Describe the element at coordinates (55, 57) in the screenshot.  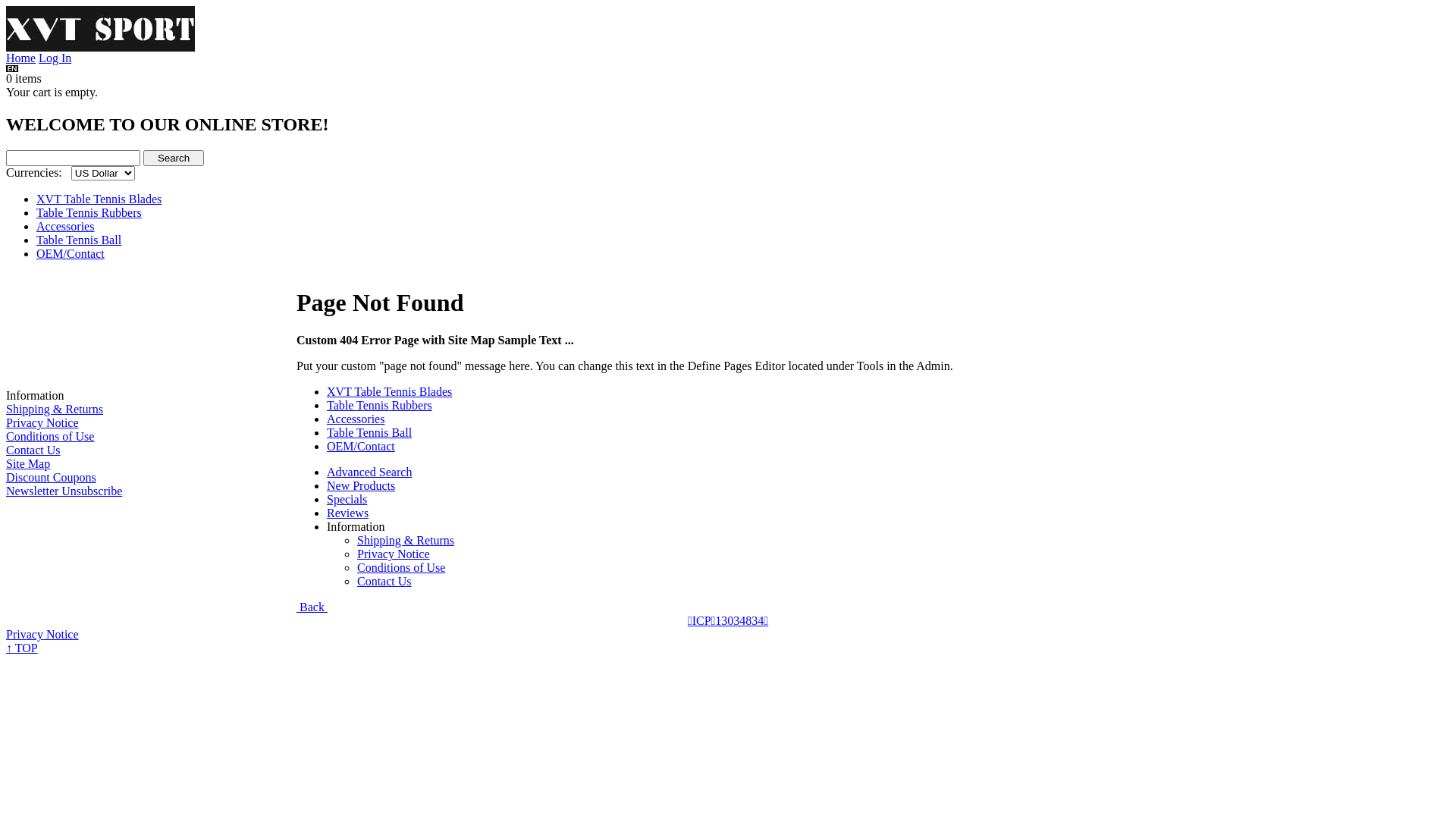
I see `'Log In'` at that location.